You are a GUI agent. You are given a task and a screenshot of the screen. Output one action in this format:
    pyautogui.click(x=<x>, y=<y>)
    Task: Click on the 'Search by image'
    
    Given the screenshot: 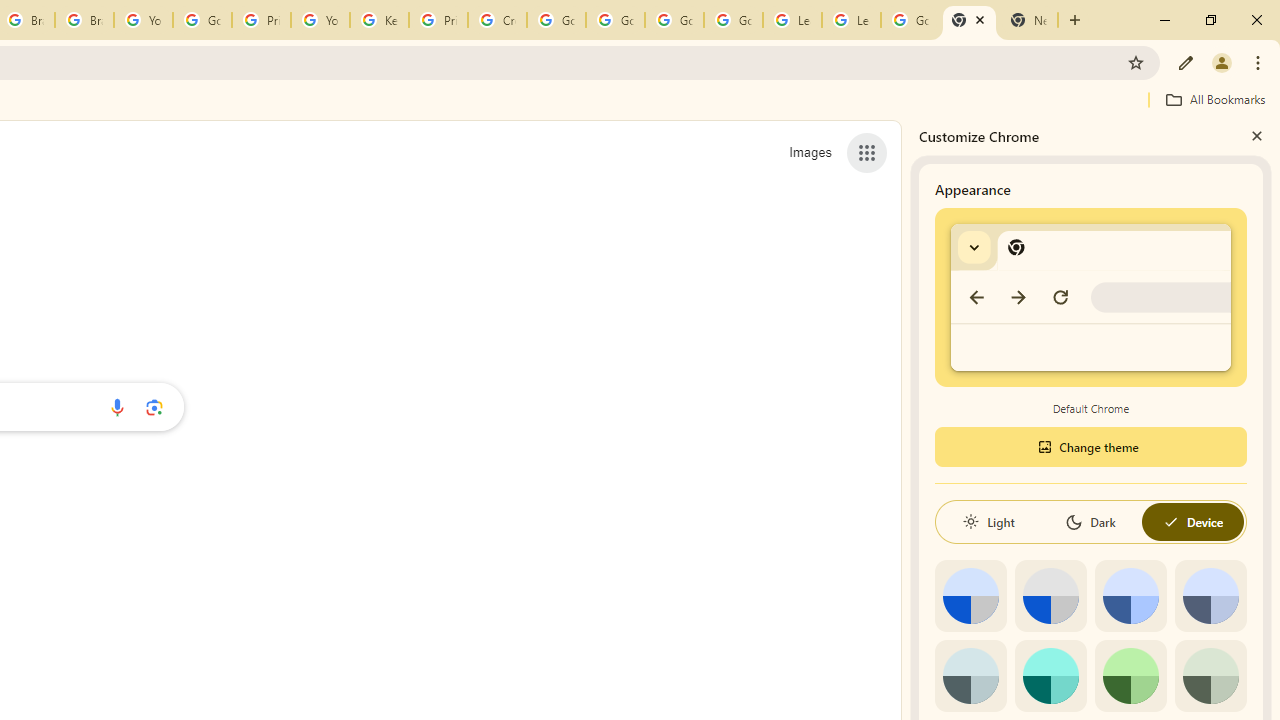 What is the action you would take?
    pyautogui.click(x=153, y=406)
    